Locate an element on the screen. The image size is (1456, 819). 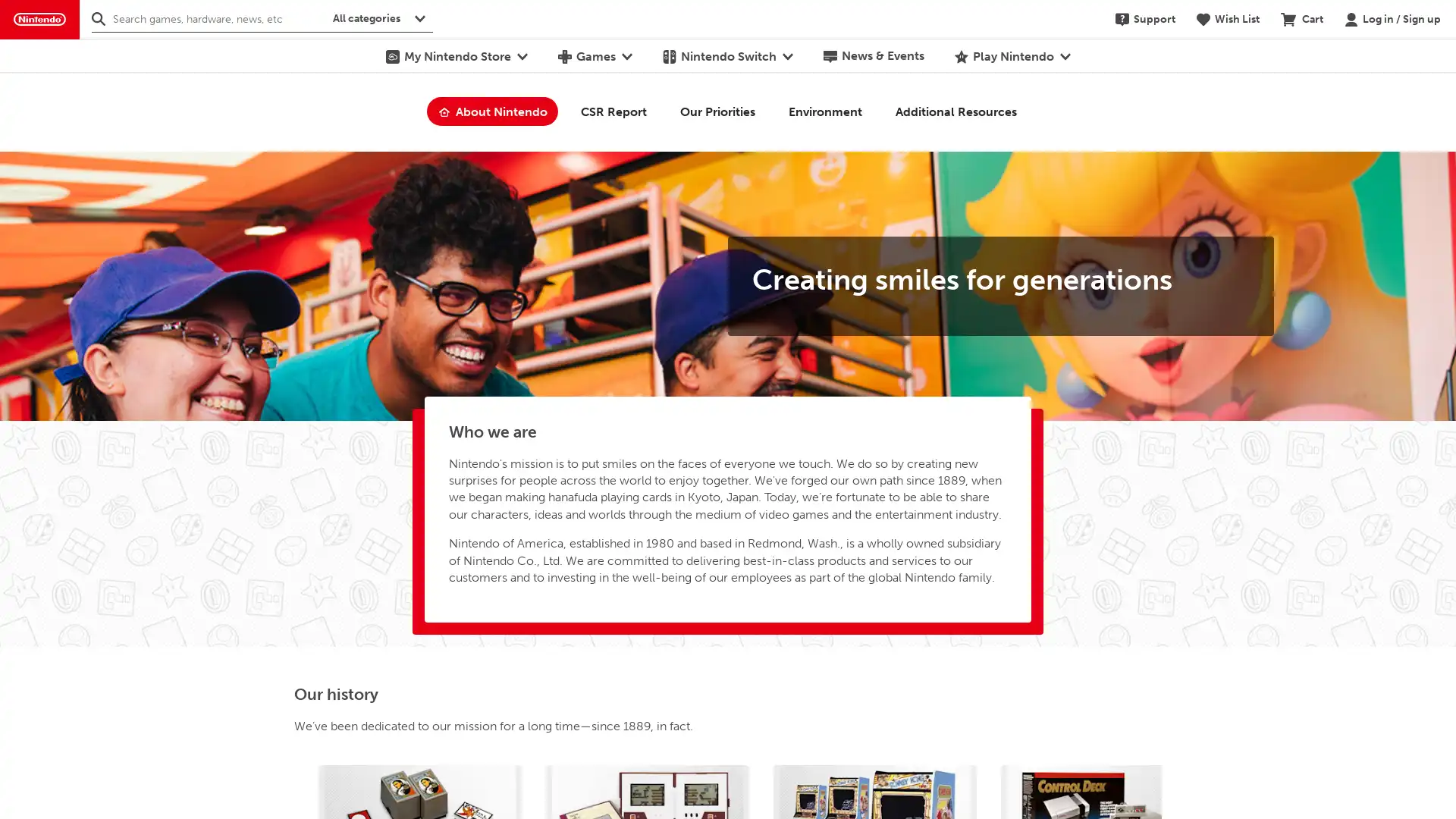
Log in / Sign up is located at coordinates (1392, 18).